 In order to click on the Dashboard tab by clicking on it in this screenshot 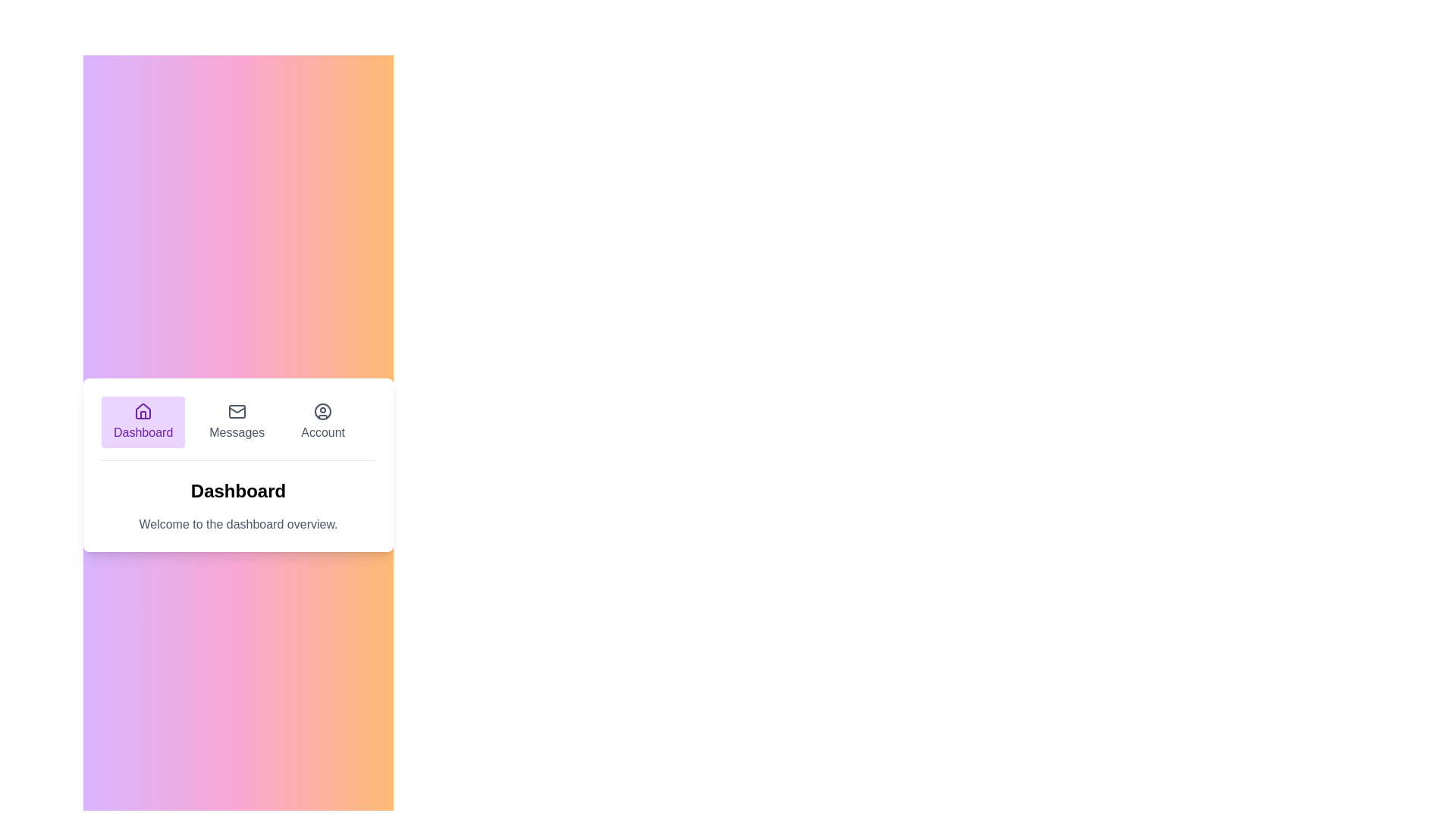, I will do `click(143, 421)`.